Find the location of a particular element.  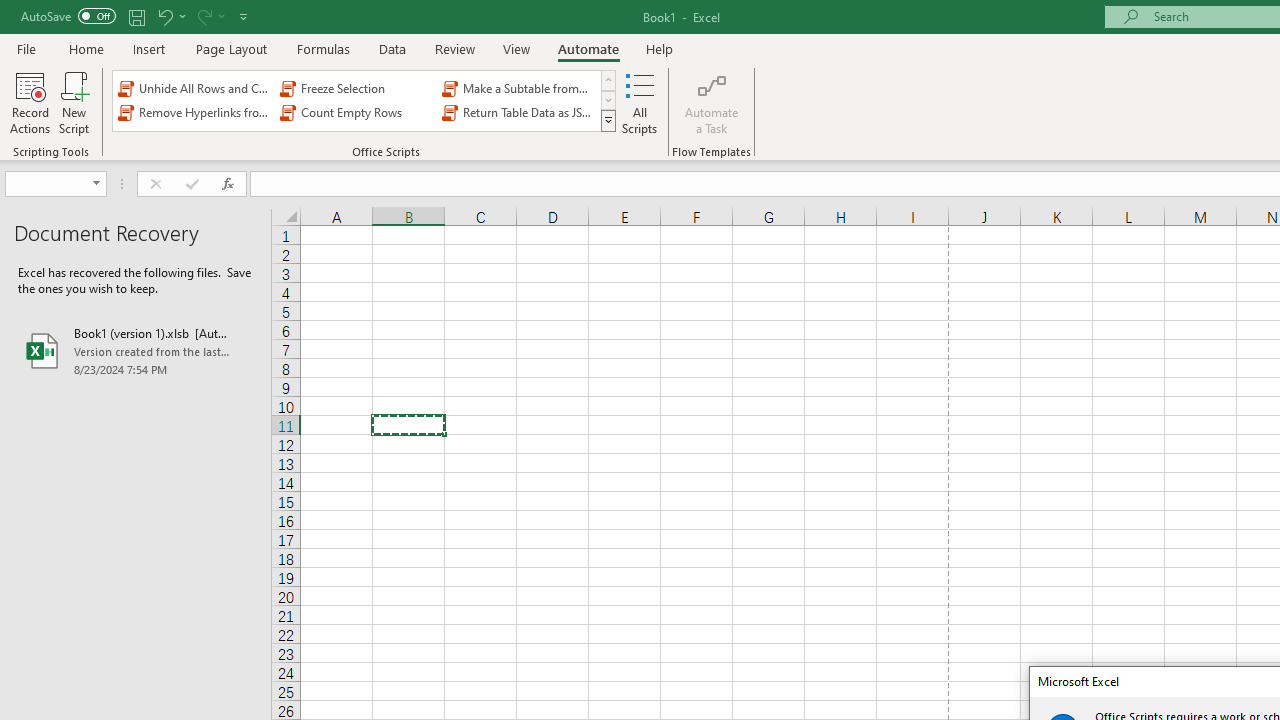

'Unhide All Rows and Columns' is located at coordinates (195, 87).